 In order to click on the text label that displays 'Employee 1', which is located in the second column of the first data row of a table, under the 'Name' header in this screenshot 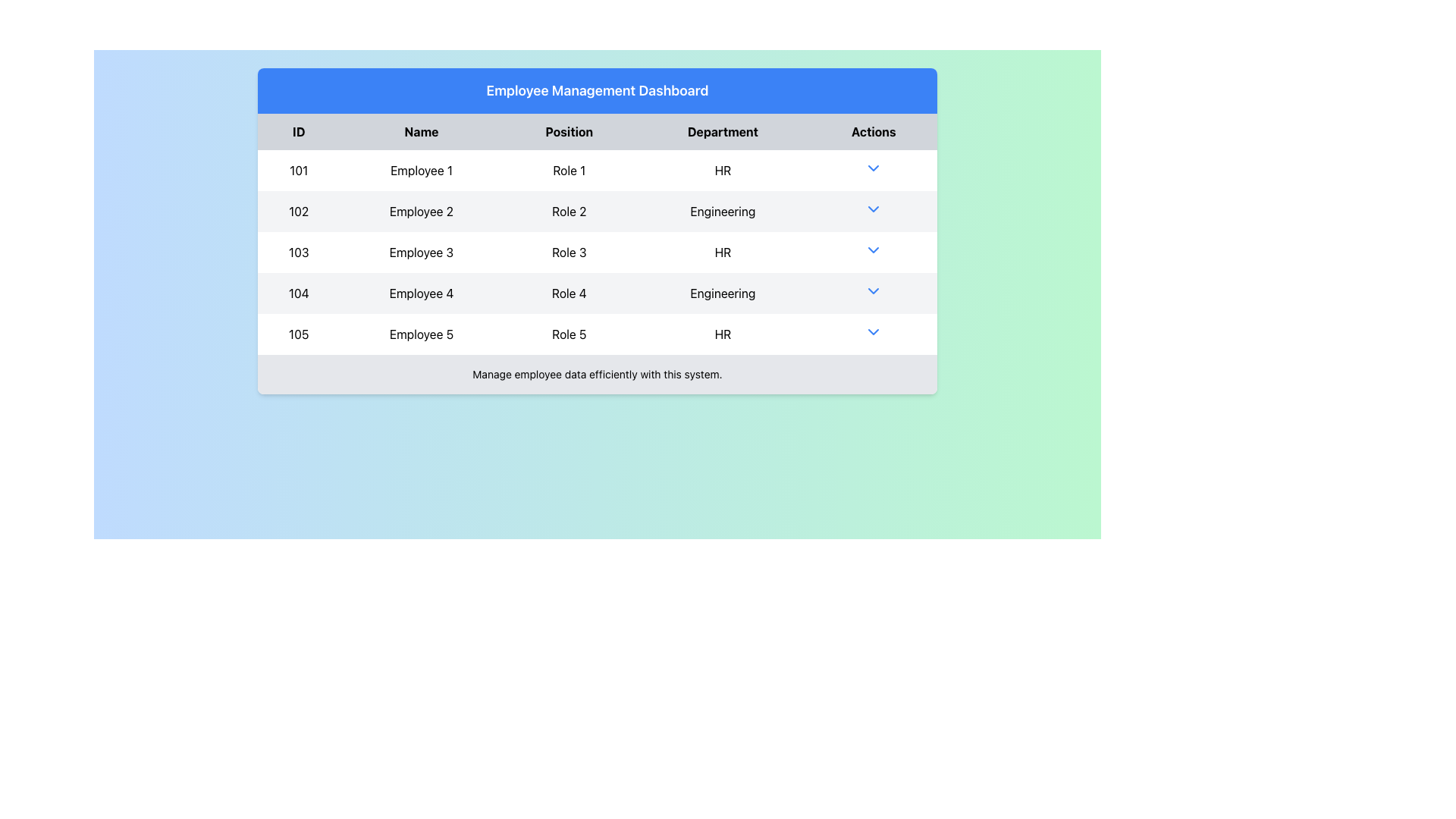, I will do `click(422, 170)`.